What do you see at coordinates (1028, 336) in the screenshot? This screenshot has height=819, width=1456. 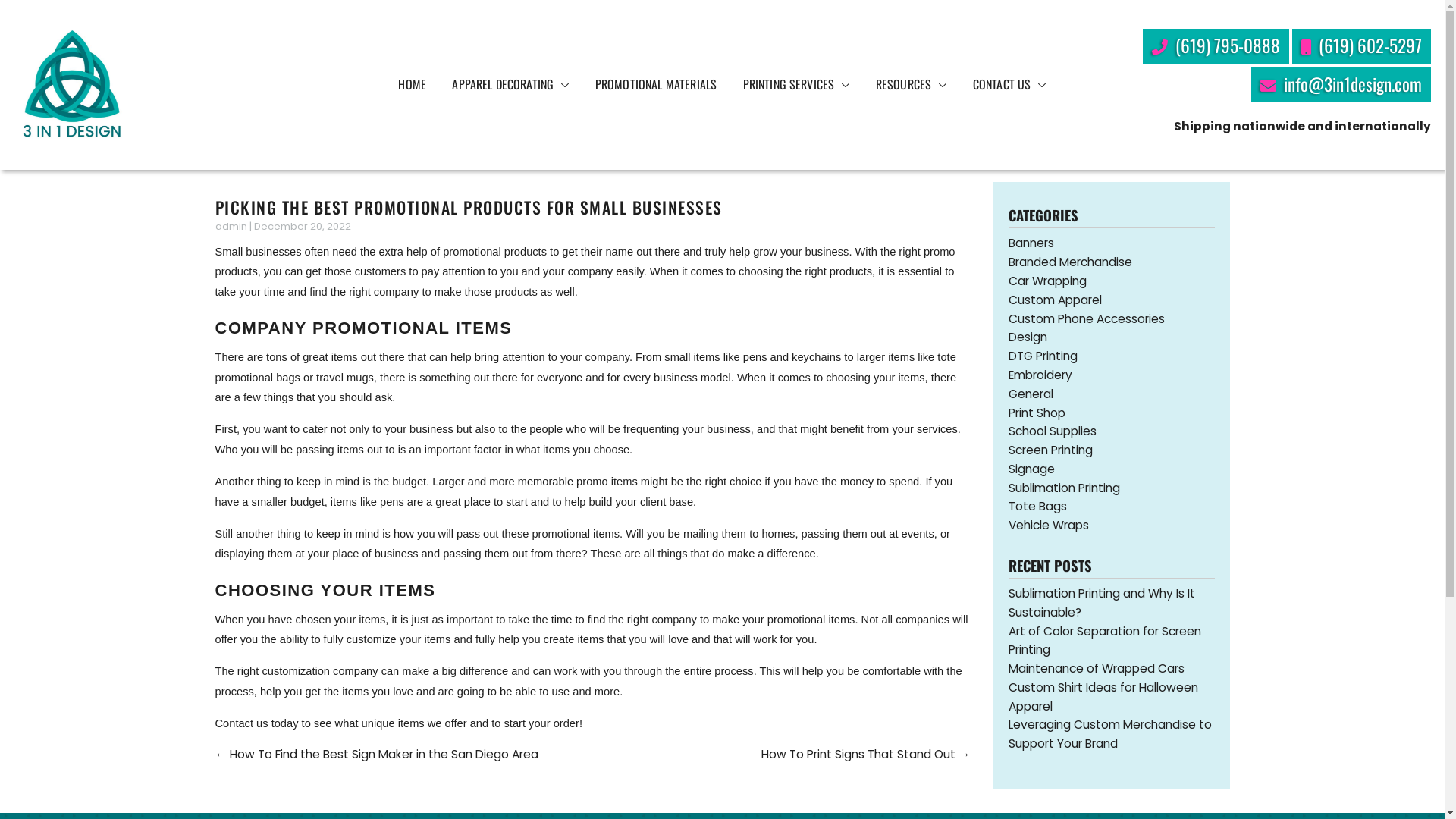 I see `'Design'` at bounding box center [1028, 336].